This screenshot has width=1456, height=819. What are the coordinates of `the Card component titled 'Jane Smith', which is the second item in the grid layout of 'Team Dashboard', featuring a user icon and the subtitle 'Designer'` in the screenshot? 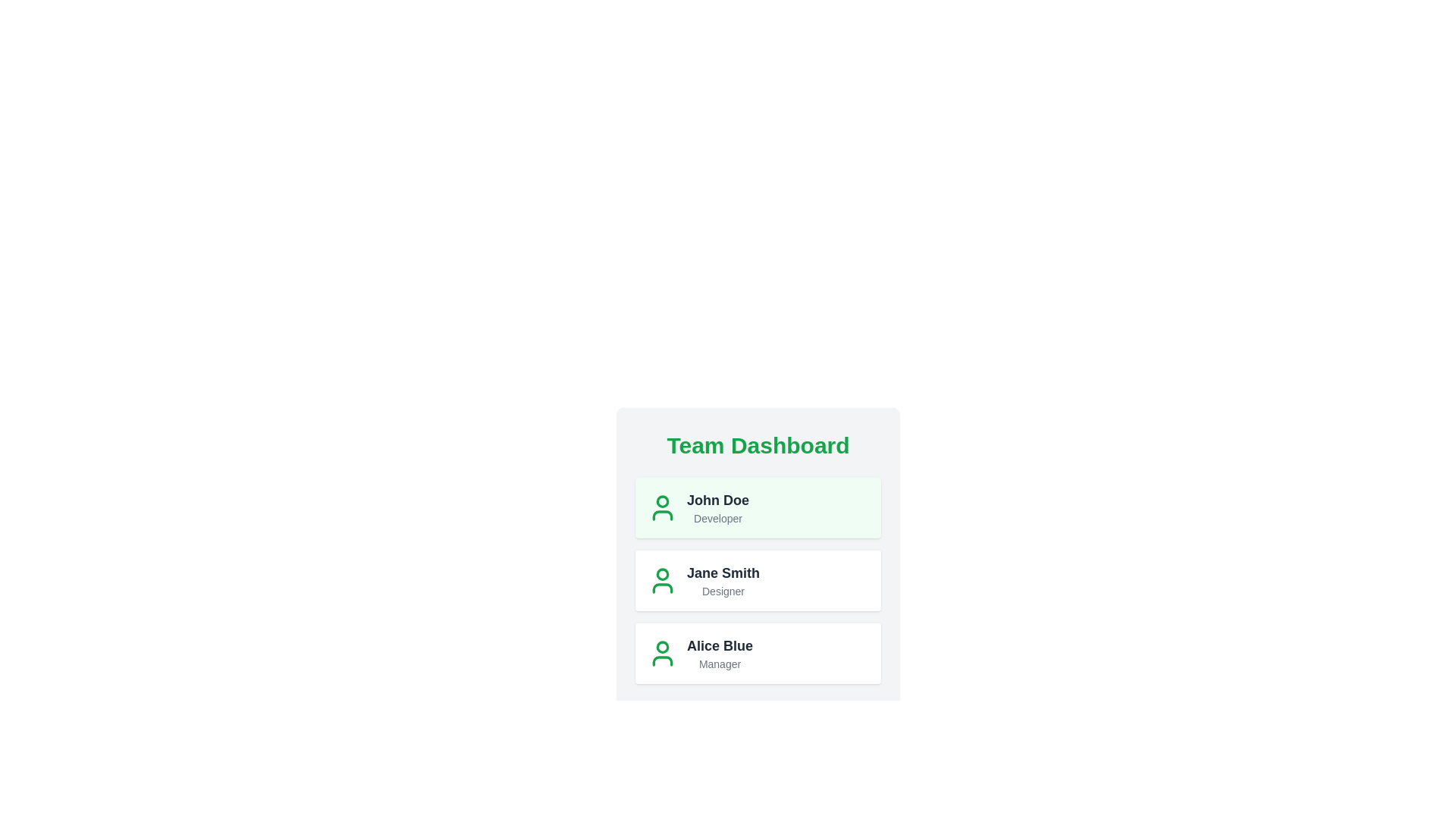 It's located at (758, 580).